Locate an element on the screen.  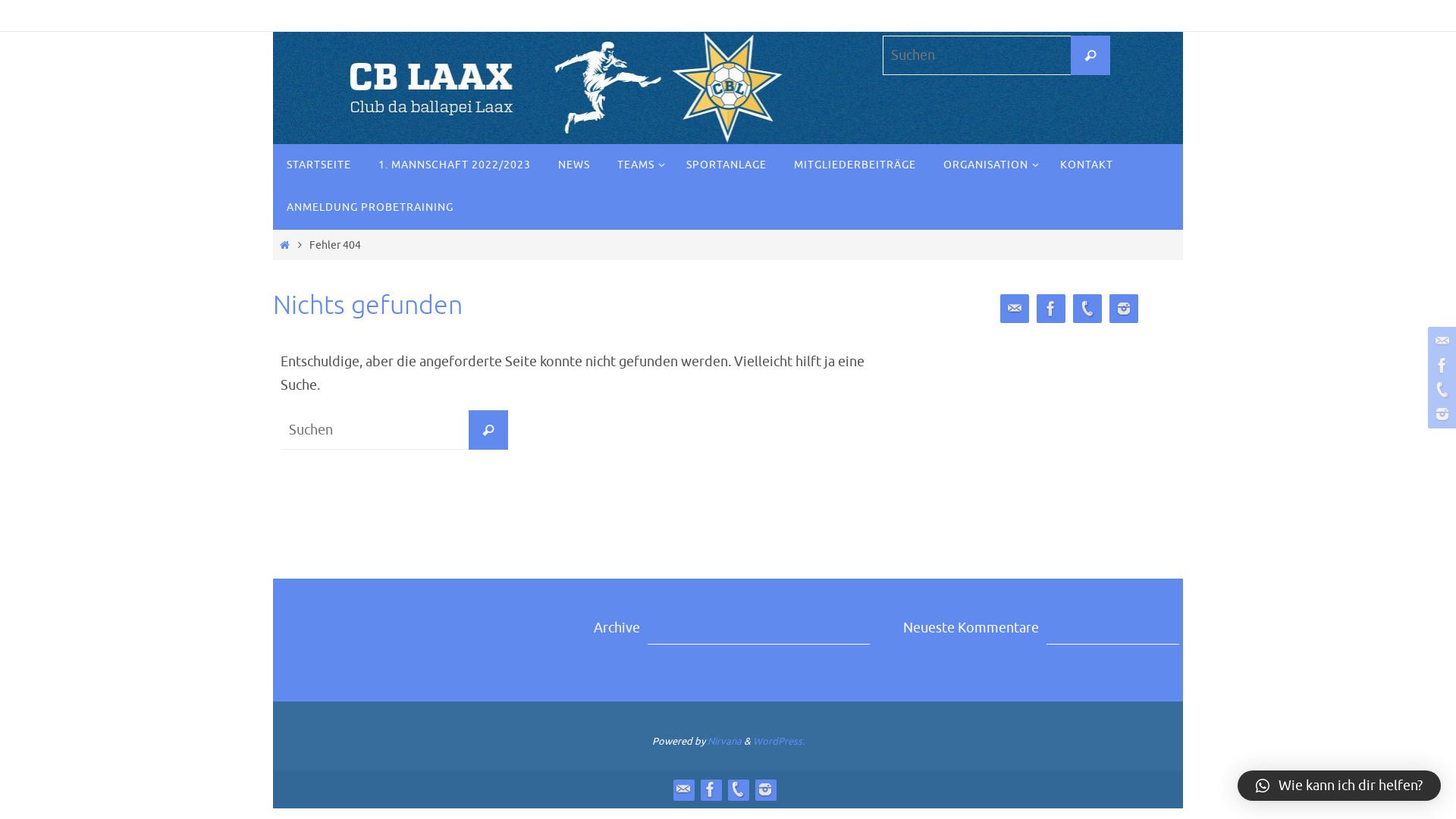
'WordPress.' is located at coordinates (778, 740).